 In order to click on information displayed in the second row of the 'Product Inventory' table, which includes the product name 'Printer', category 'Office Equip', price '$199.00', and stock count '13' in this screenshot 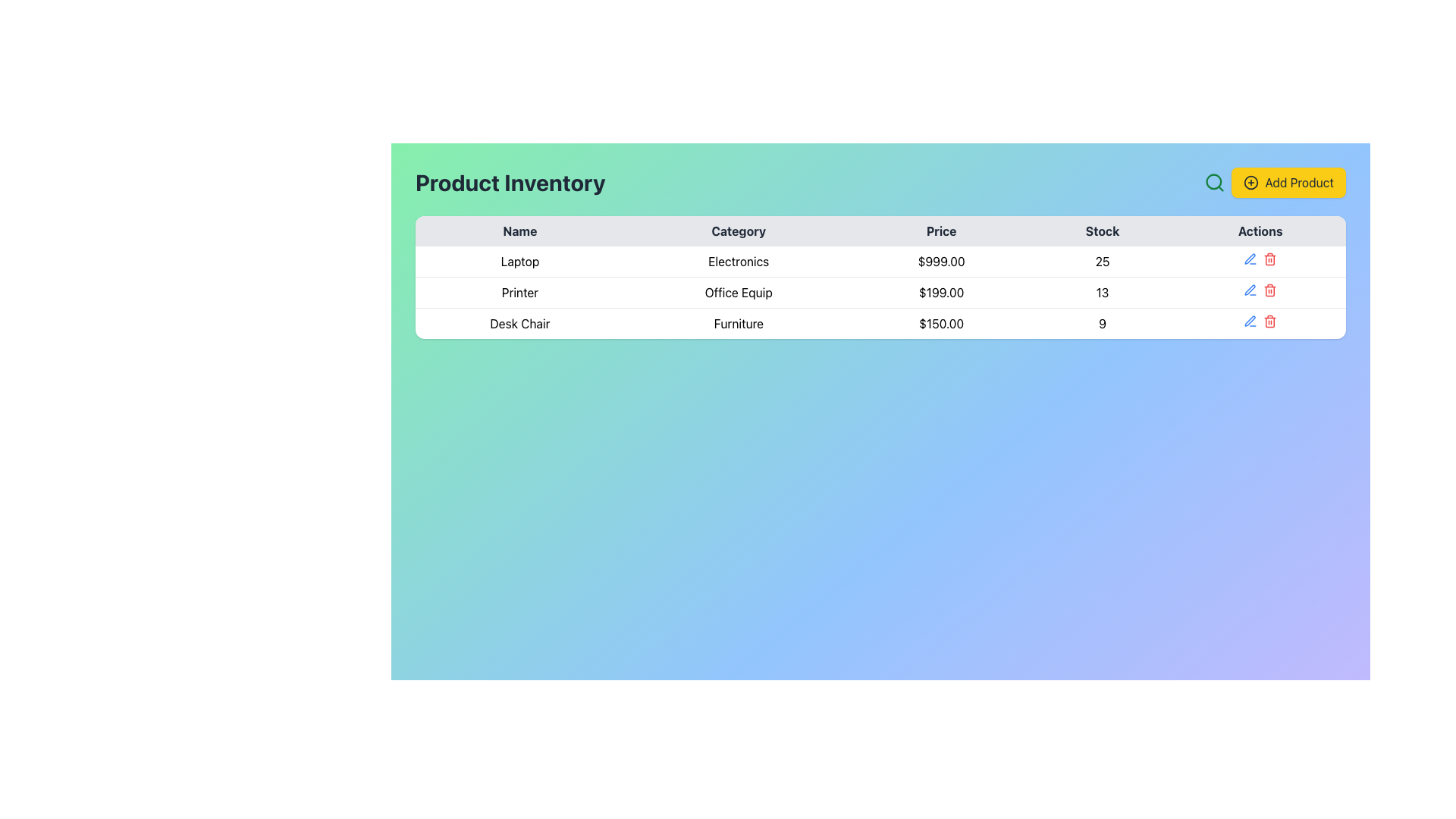, I will do `click(880, 292)`.